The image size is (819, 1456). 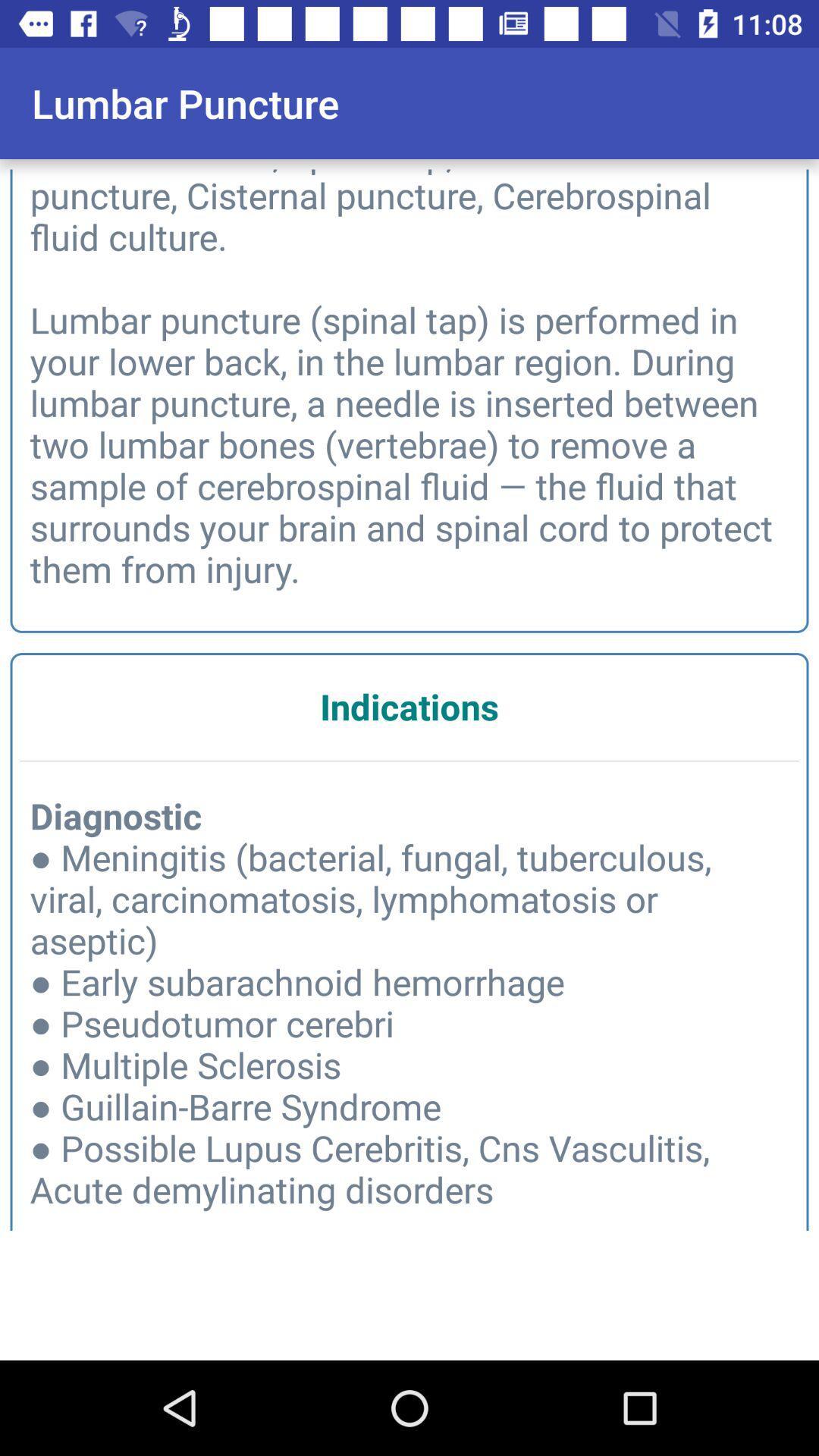 What do you see at coordinates (409, 705) in the screenshot?
I see `icon below other names spinal item` at bounding box center [409, 705].